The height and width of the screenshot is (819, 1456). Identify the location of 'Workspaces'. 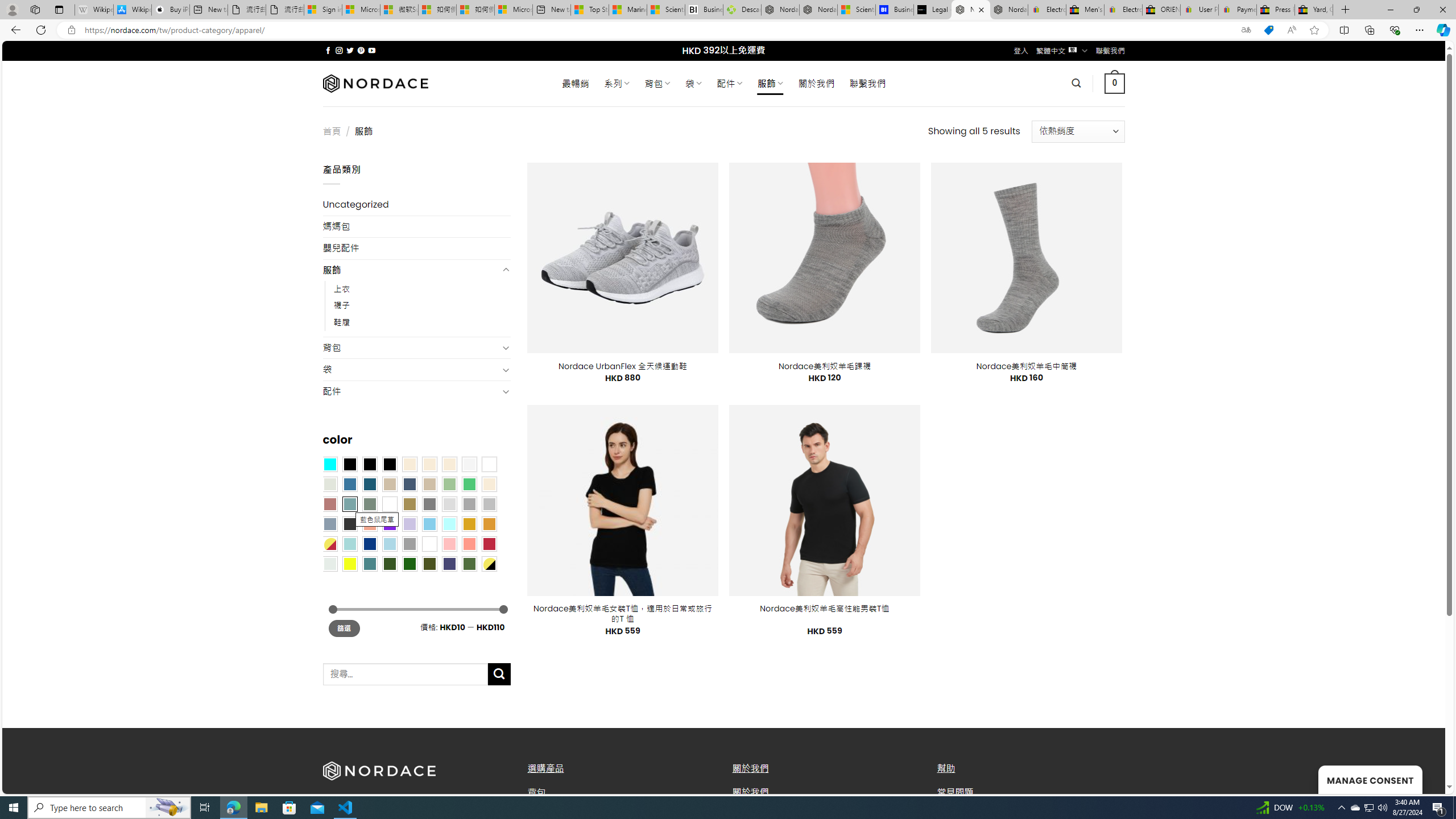
(35, 9).